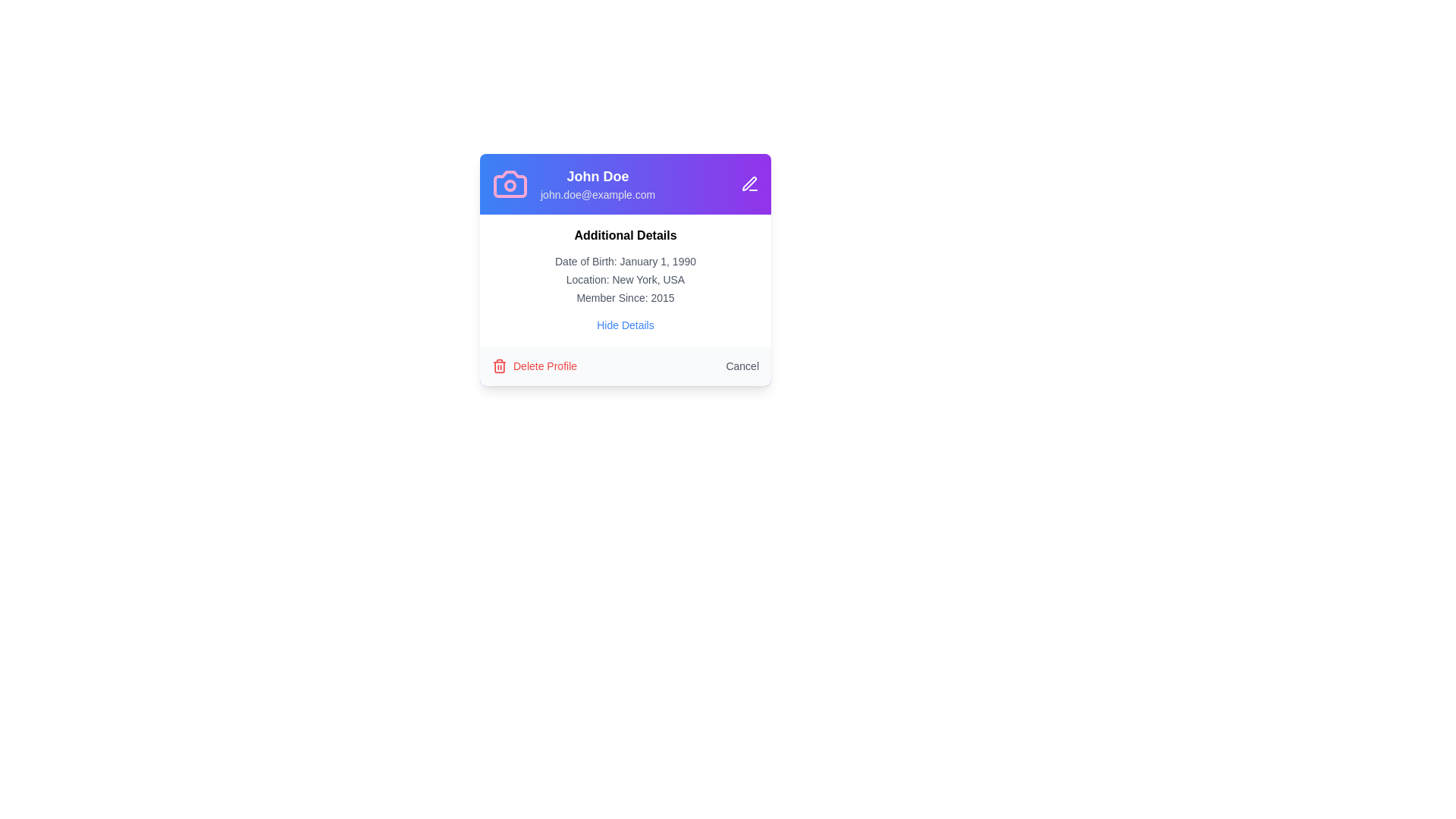 The width and height of the screenshot is (1456, 819). Describe the element at coordinates (749, 183) in the screenshot. I see `the edit button icon located in the top right corner of the user details card` at that location.